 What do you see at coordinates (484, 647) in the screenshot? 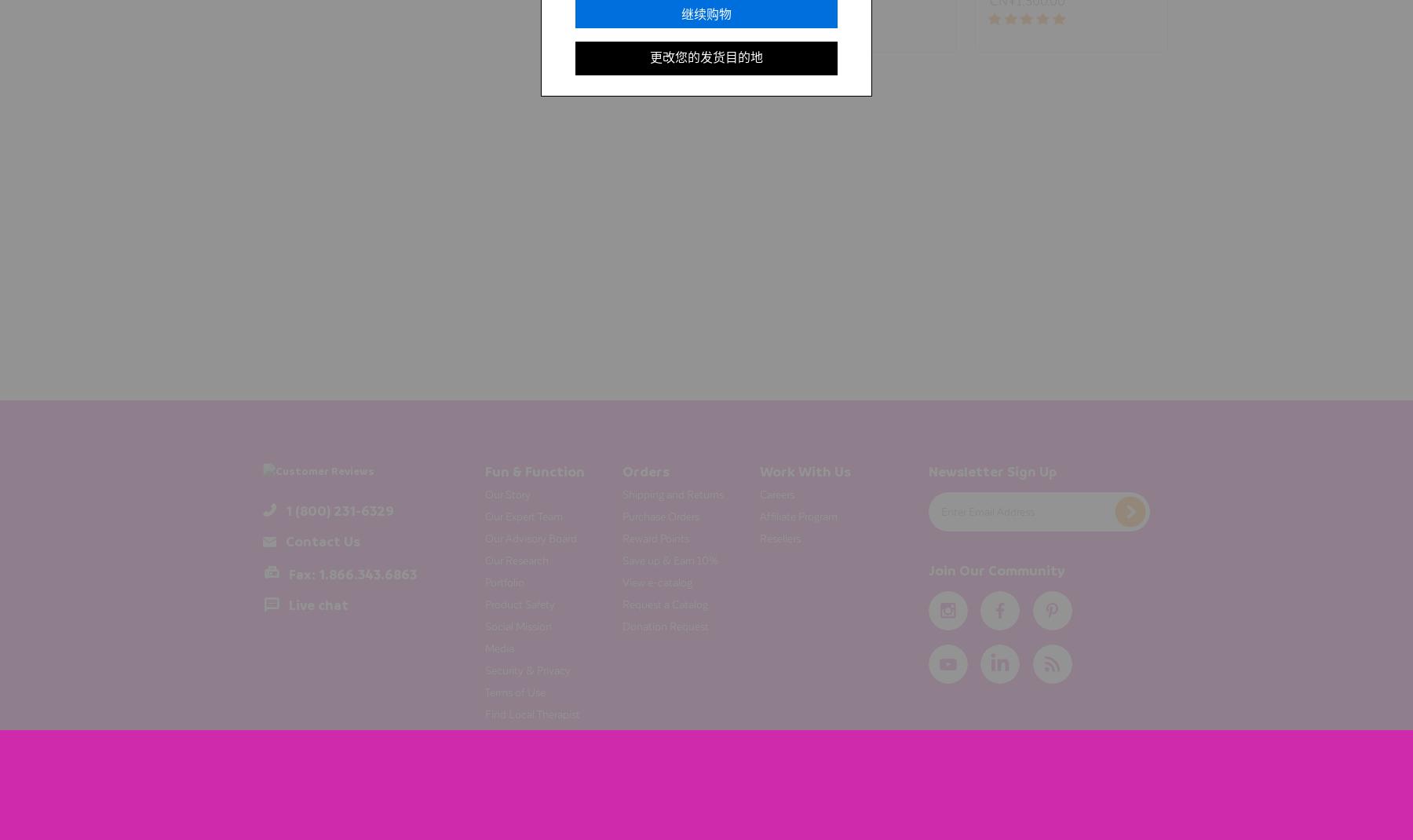
I see `'Media'` at bounding box center [484, 647].